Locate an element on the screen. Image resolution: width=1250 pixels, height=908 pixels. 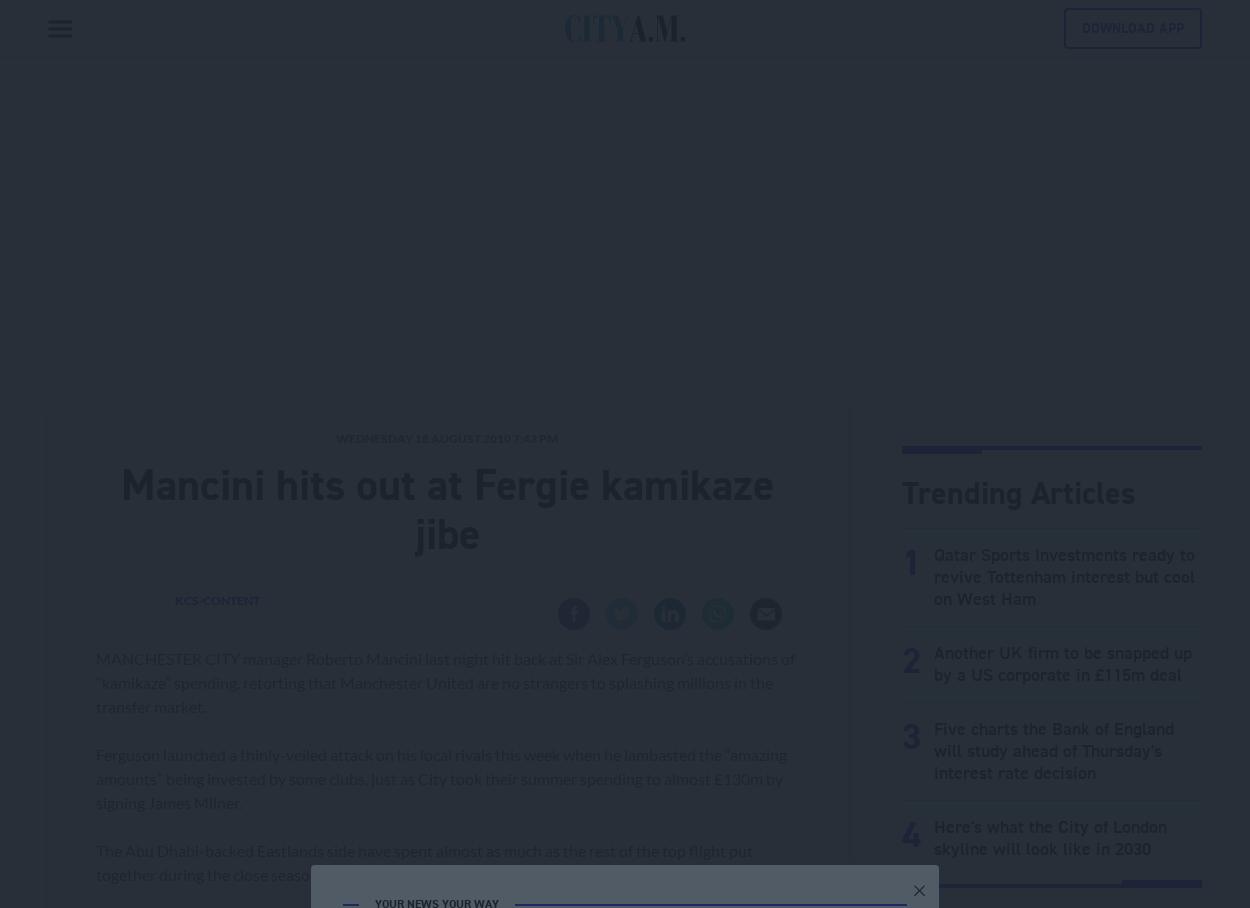
'Qatar Sports Investments ready to revive Tottenham interest but cool on West Ham' is located at coordinates (1063, 576).